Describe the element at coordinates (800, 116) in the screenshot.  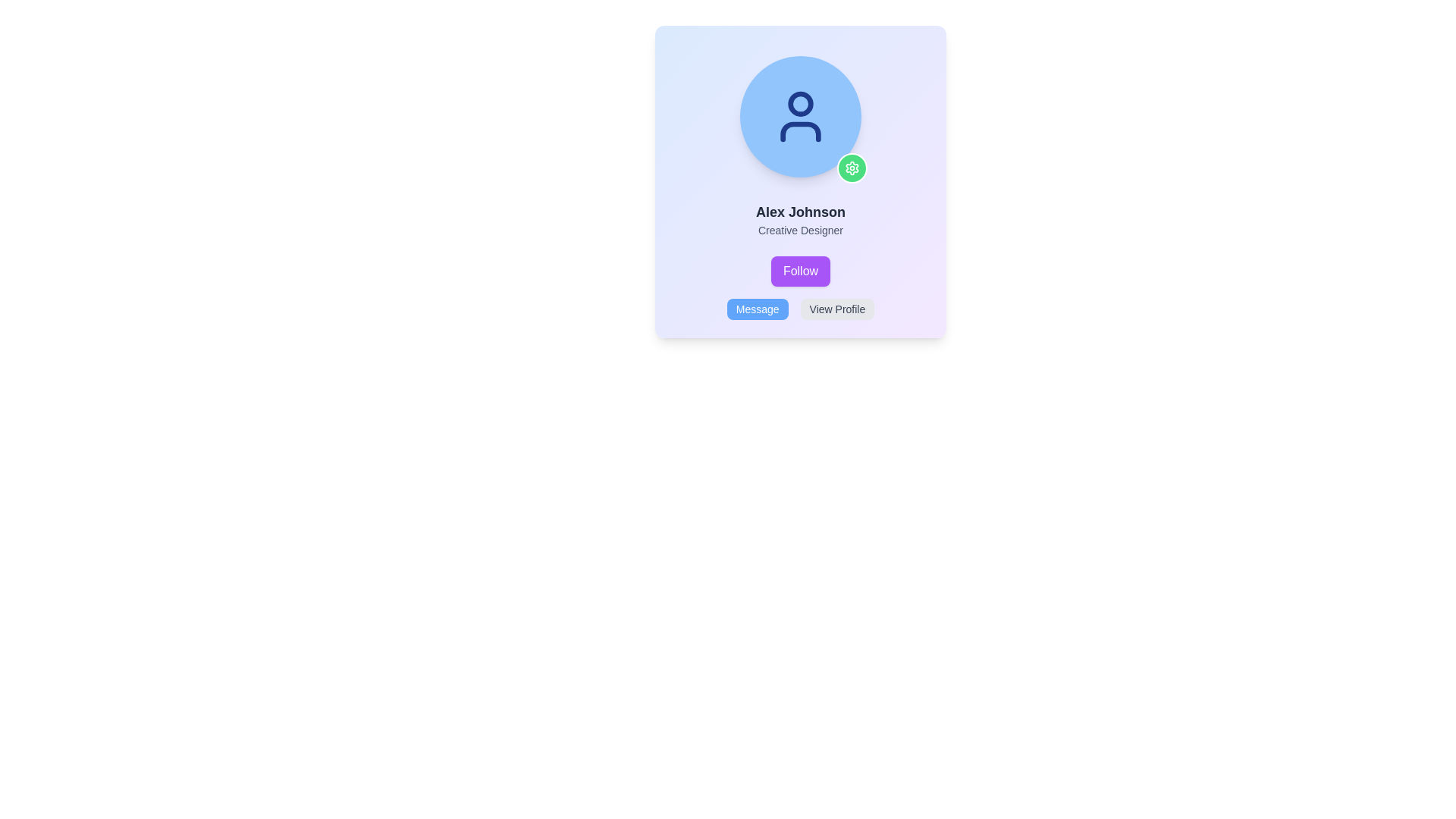
I see `the circular Profile Avatar with a blue background and a person icon` at that location.